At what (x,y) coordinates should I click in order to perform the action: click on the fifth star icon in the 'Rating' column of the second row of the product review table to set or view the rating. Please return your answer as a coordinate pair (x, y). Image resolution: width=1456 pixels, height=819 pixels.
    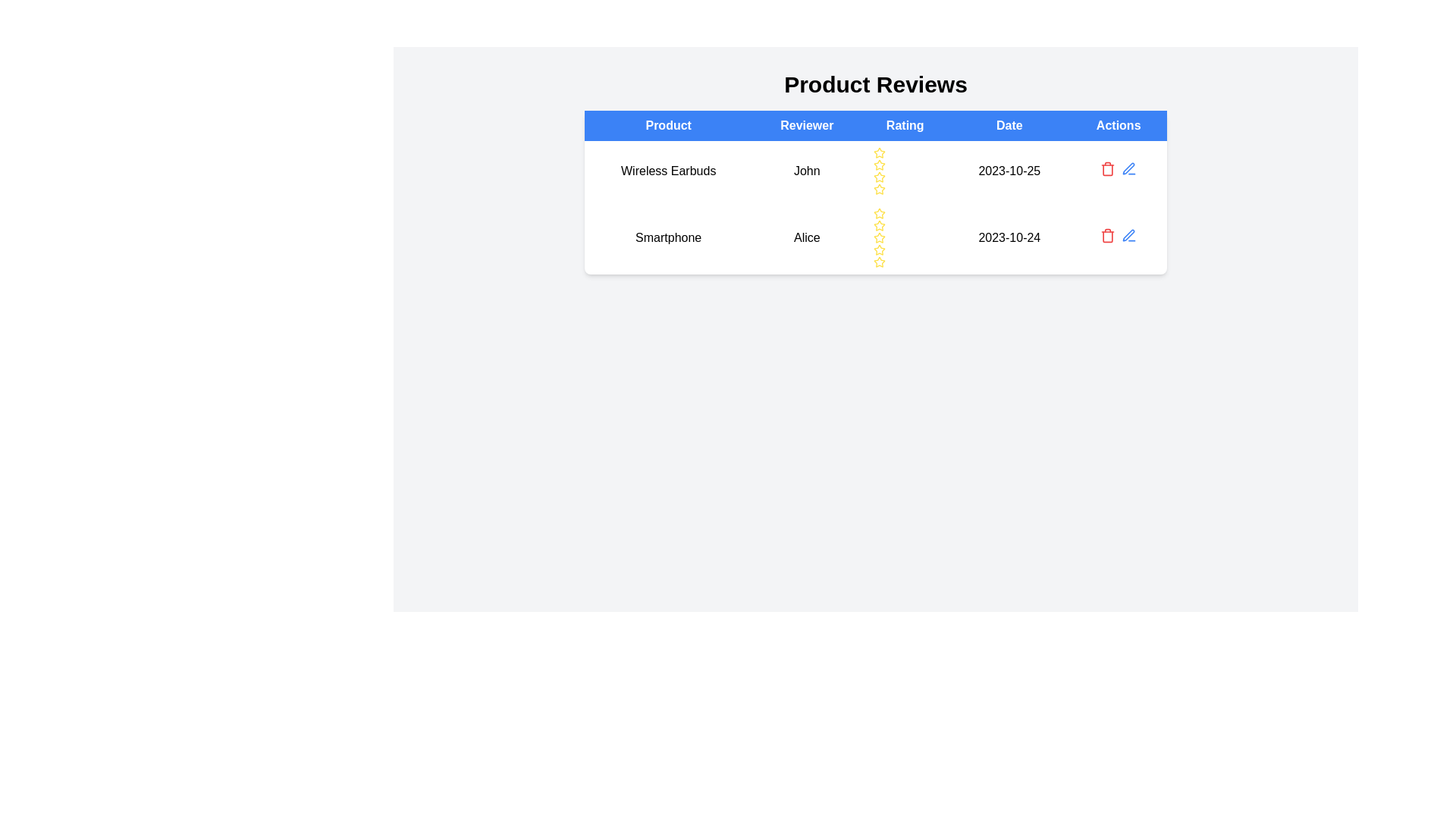
    Looking at the image, I should click on (880, 237).